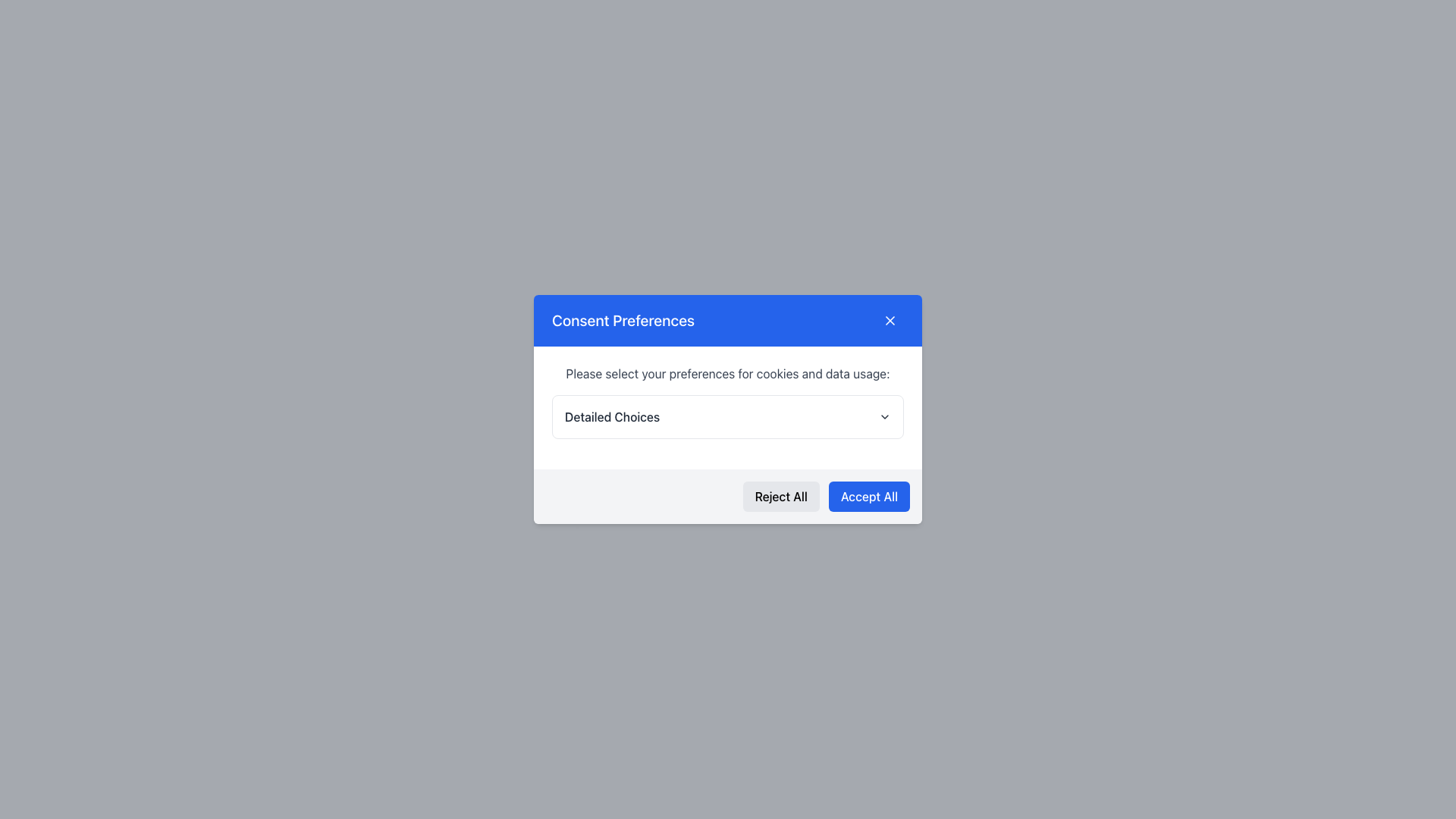  Describe the element at coordinates (781, 497) in the screenshot. I see `the reject button located in the bottom left section of the modal dialog to observe the hover effect` at that location.